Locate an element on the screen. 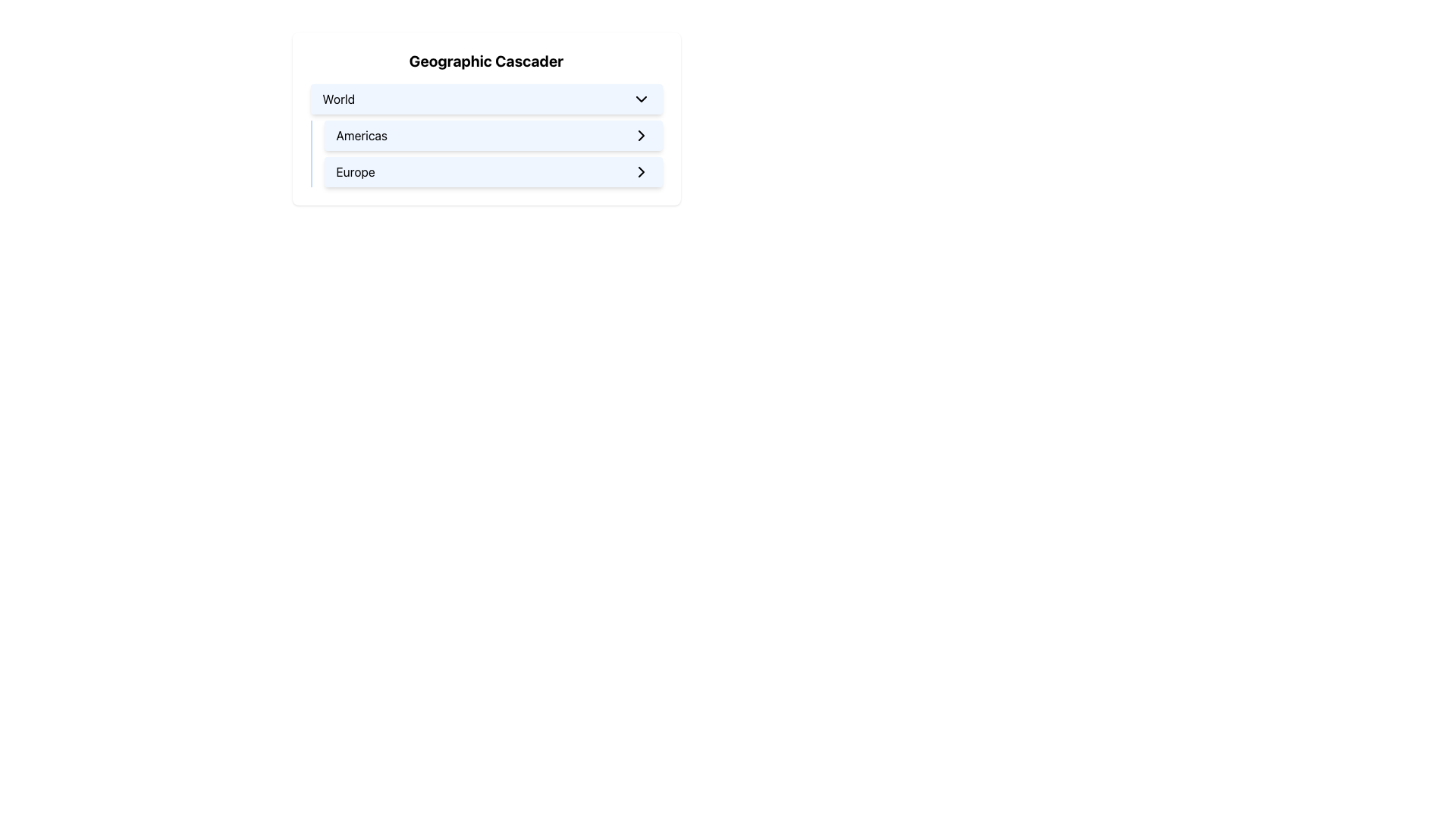  the SVG-based icon element positioned on the far right side of the 'Americas' list item is located at coordinates (641, 134).